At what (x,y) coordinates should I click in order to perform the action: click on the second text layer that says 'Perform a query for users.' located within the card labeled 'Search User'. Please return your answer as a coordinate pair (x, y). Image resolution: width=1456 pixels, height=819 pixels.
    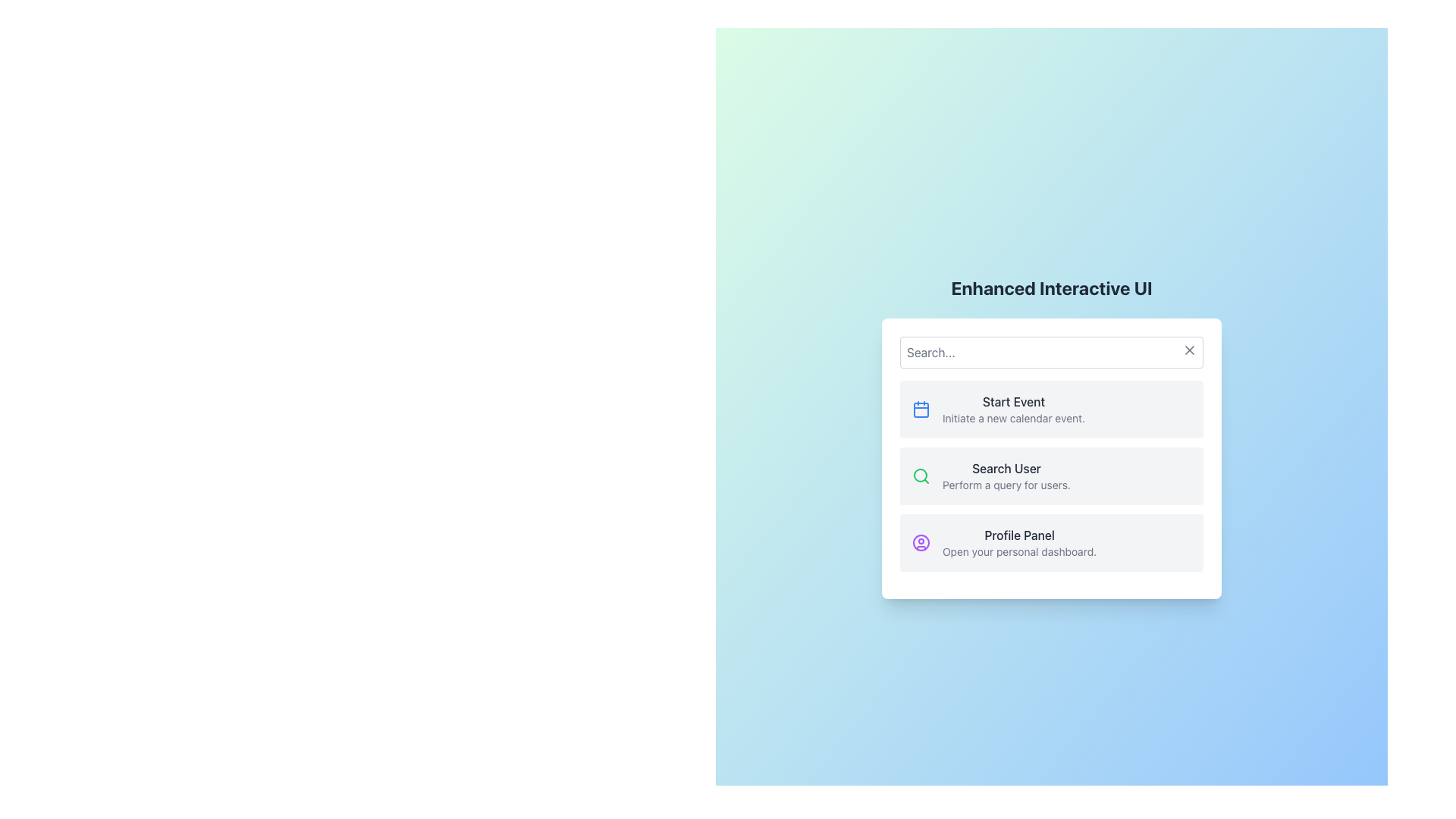
    Looking at the image, I should click on (1006, 475).